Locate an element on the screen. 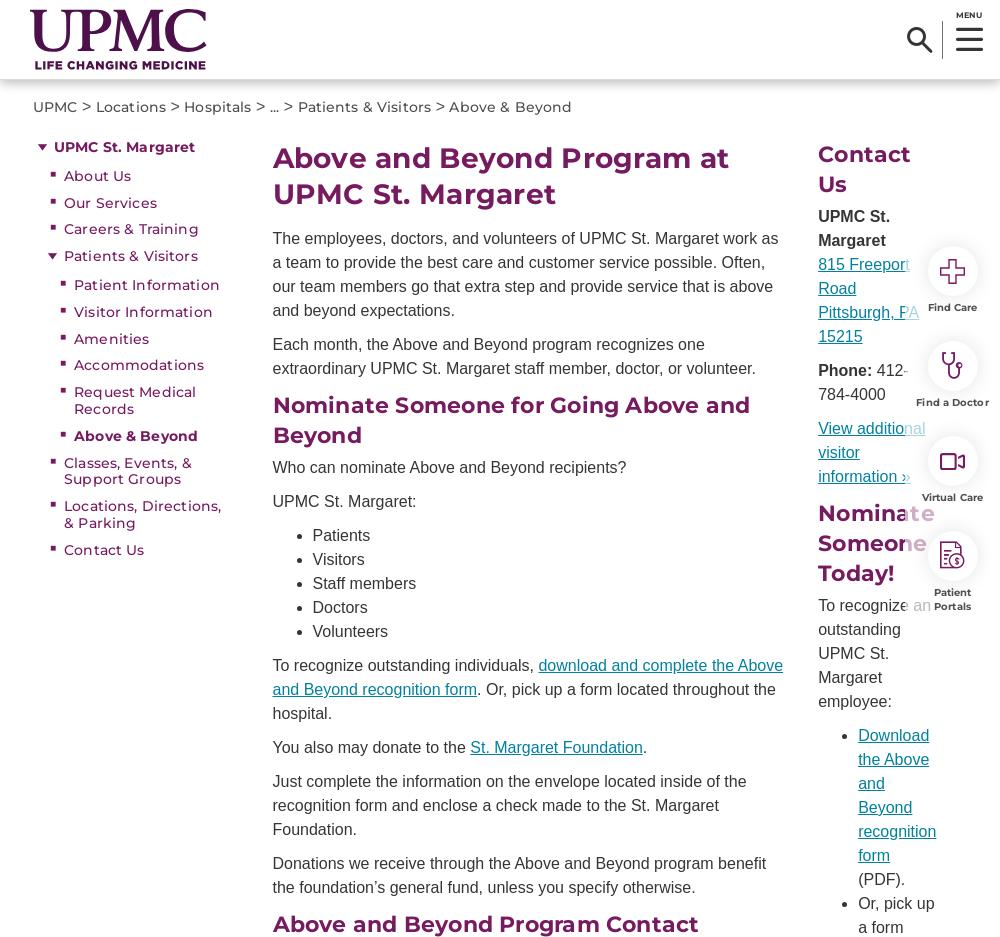  'Above & Beyond' is located at coordinates (510, 106).